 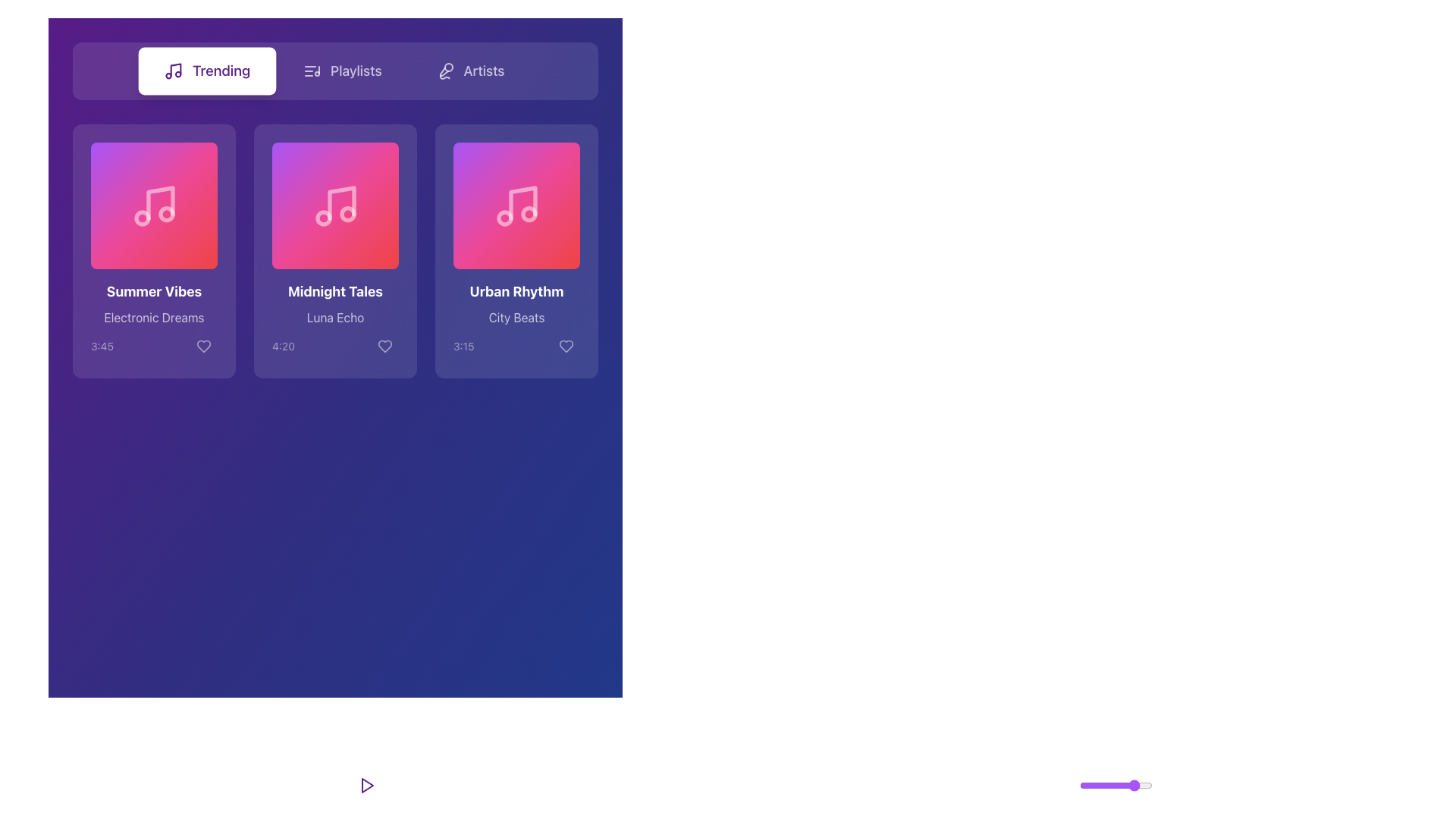 What do you see at coordinates (341, 71) in the screenshot?
I see `the navigational button located in the middle of the horizontal menu segment, positioned between 'Trending' and 'Artists'` at bounding box center [341, 71].